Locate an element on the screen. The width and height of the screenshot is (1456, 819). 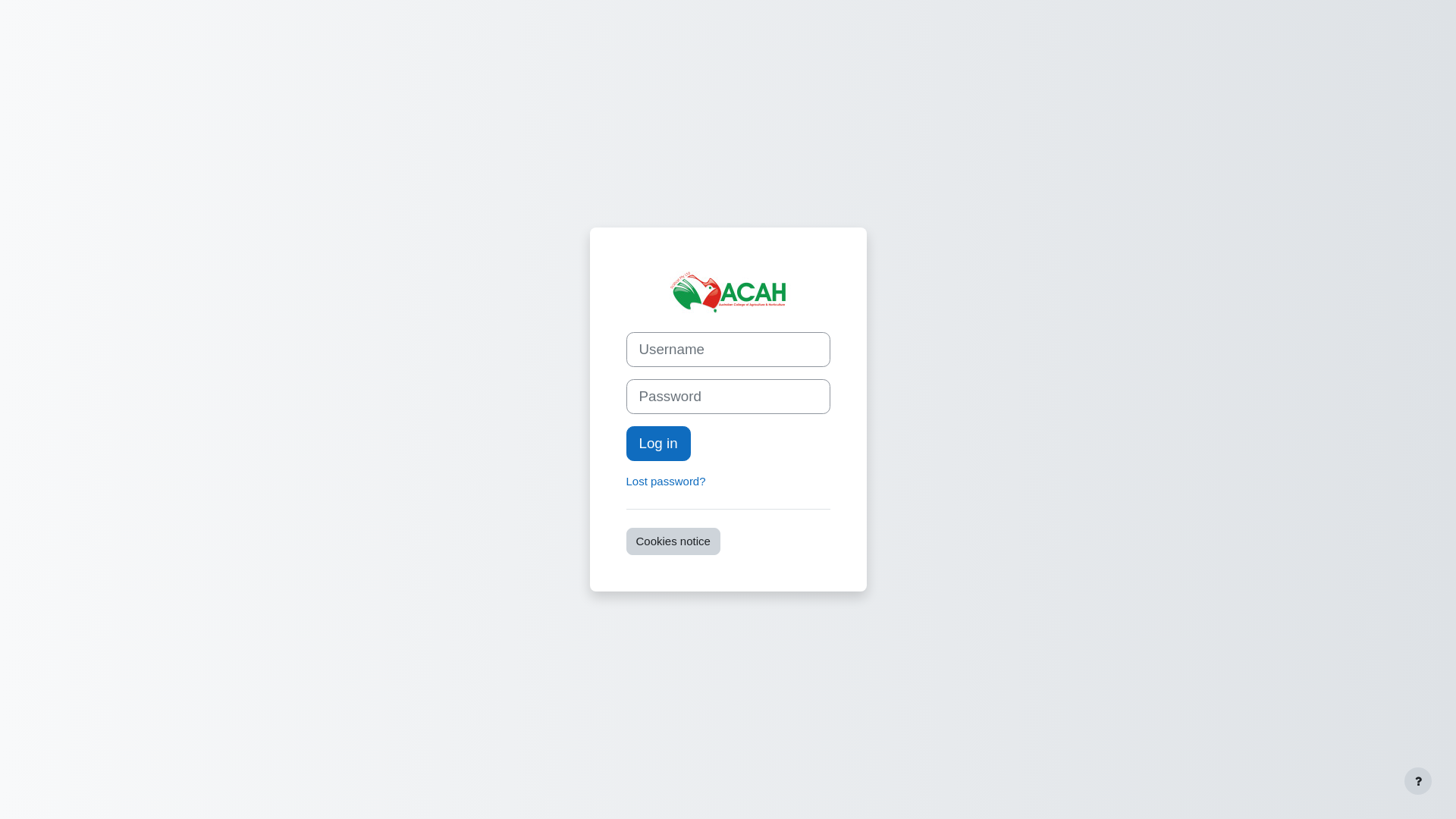
'Cookies notice' is located at coordinates (673, 541).